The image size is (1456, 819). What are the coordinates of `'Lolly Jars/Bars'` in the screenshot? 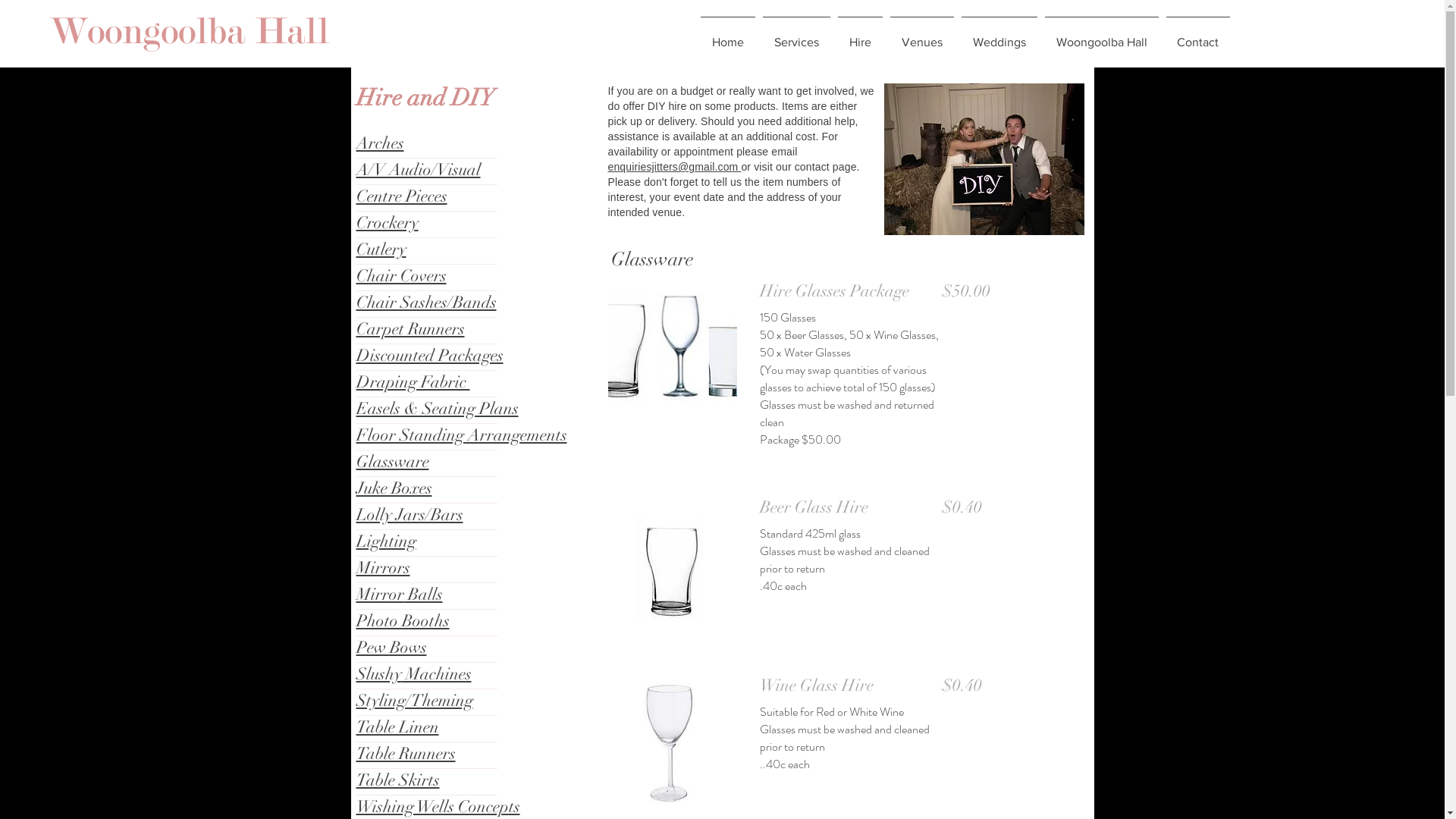 It's located at (409, 513).